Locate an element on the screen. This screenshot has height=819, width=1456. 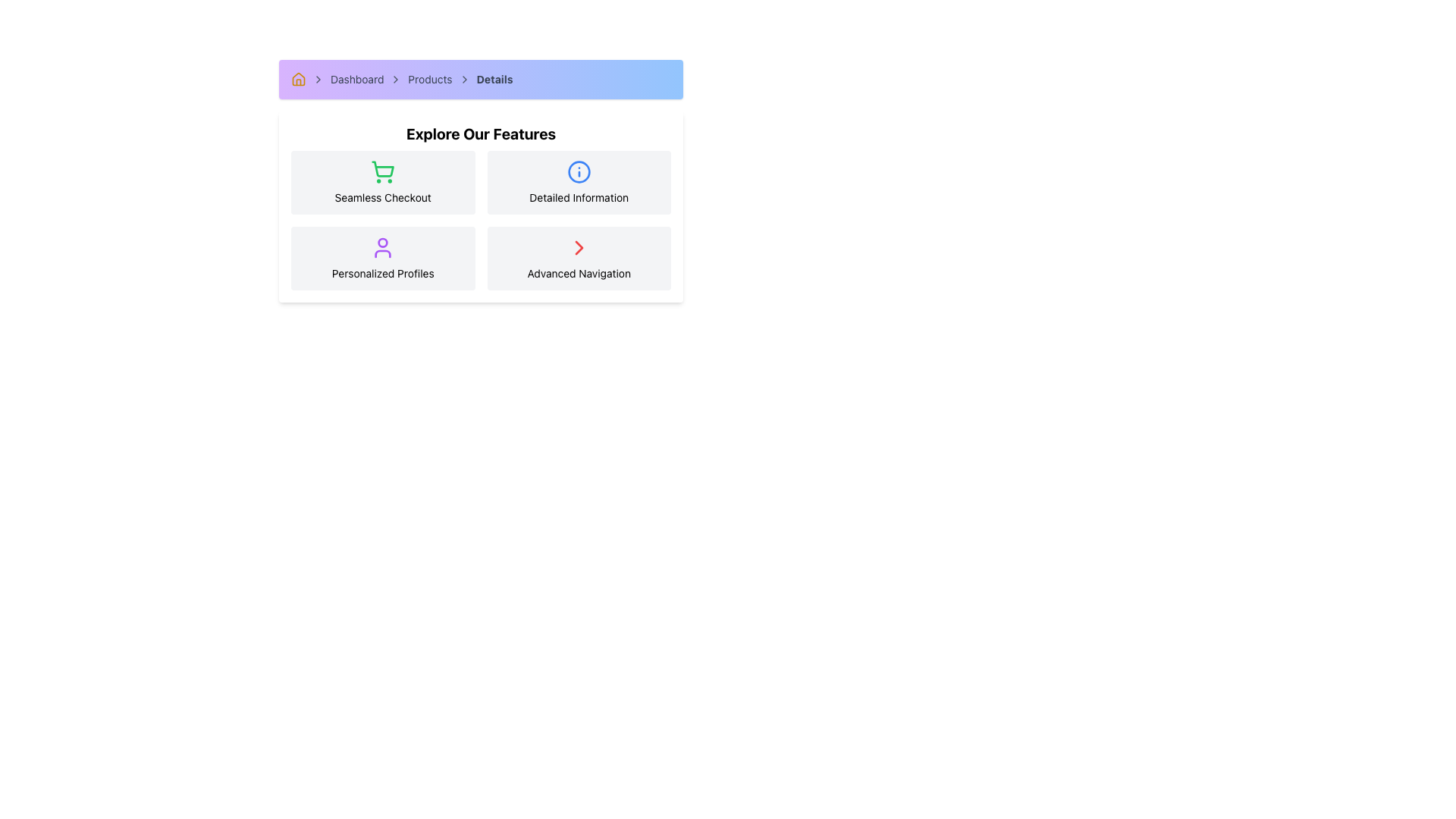
the descriptive text label located at the bottom of the card in the bottom-left quadrant of the 'Explore Our Features' section is located at coordinates (383, 274).